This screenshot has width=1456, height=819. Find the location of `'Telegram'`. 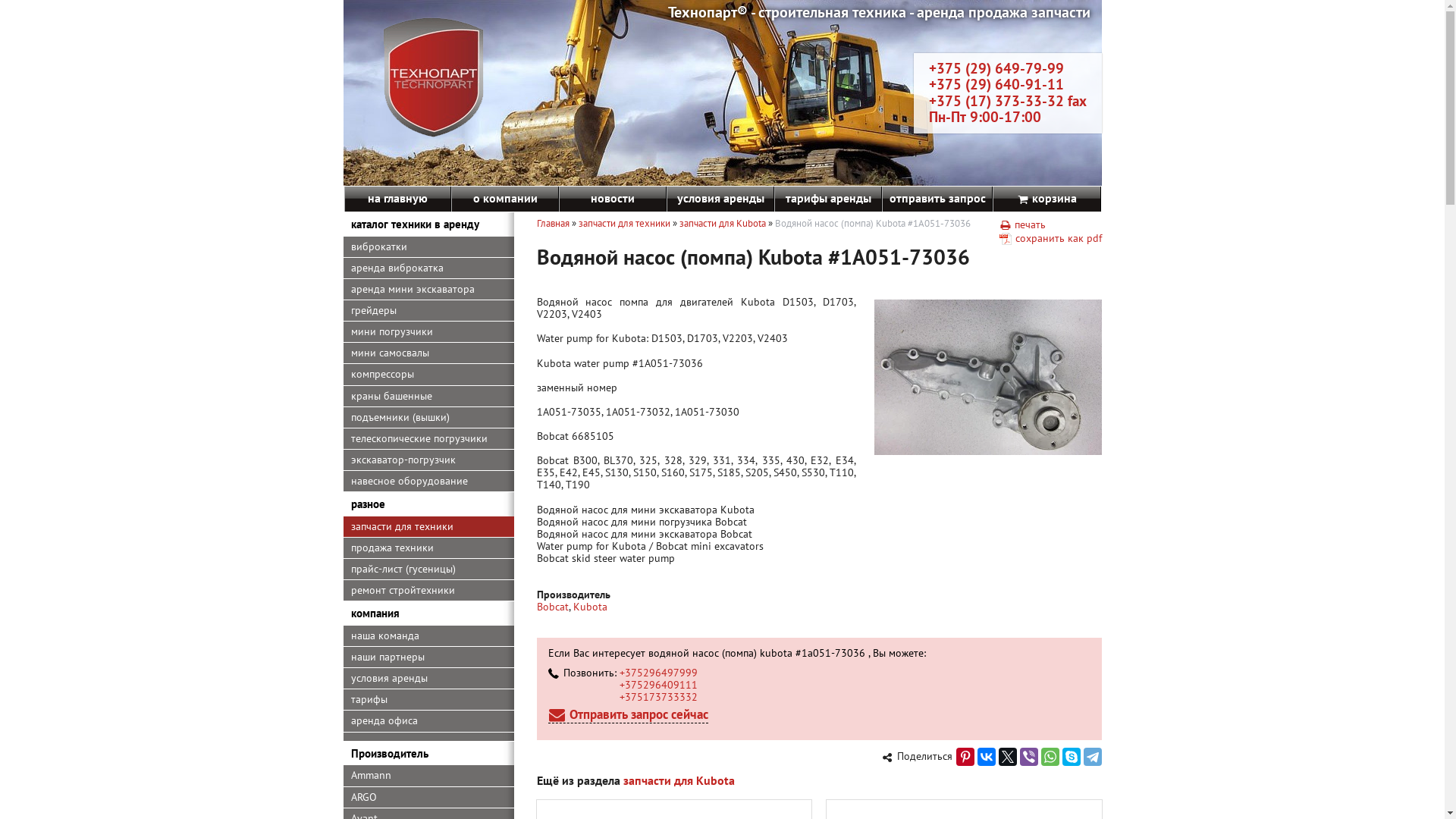

'Telegram' is located at coordinates (1092, 757).